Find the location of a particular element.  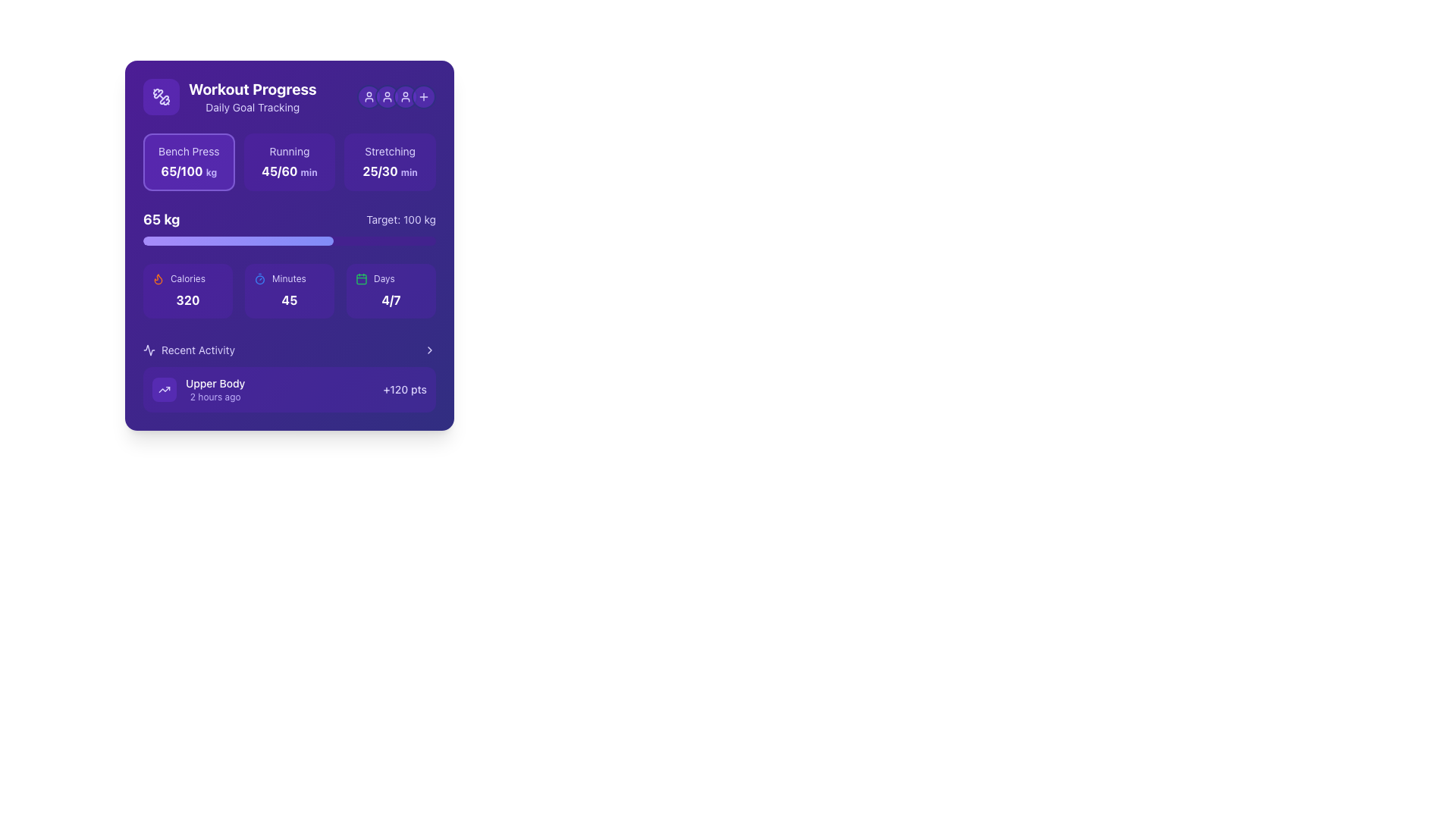

the 'Bench Press' interactive tile in the 'Workout Progress' section is located at coordinates (188, 162).